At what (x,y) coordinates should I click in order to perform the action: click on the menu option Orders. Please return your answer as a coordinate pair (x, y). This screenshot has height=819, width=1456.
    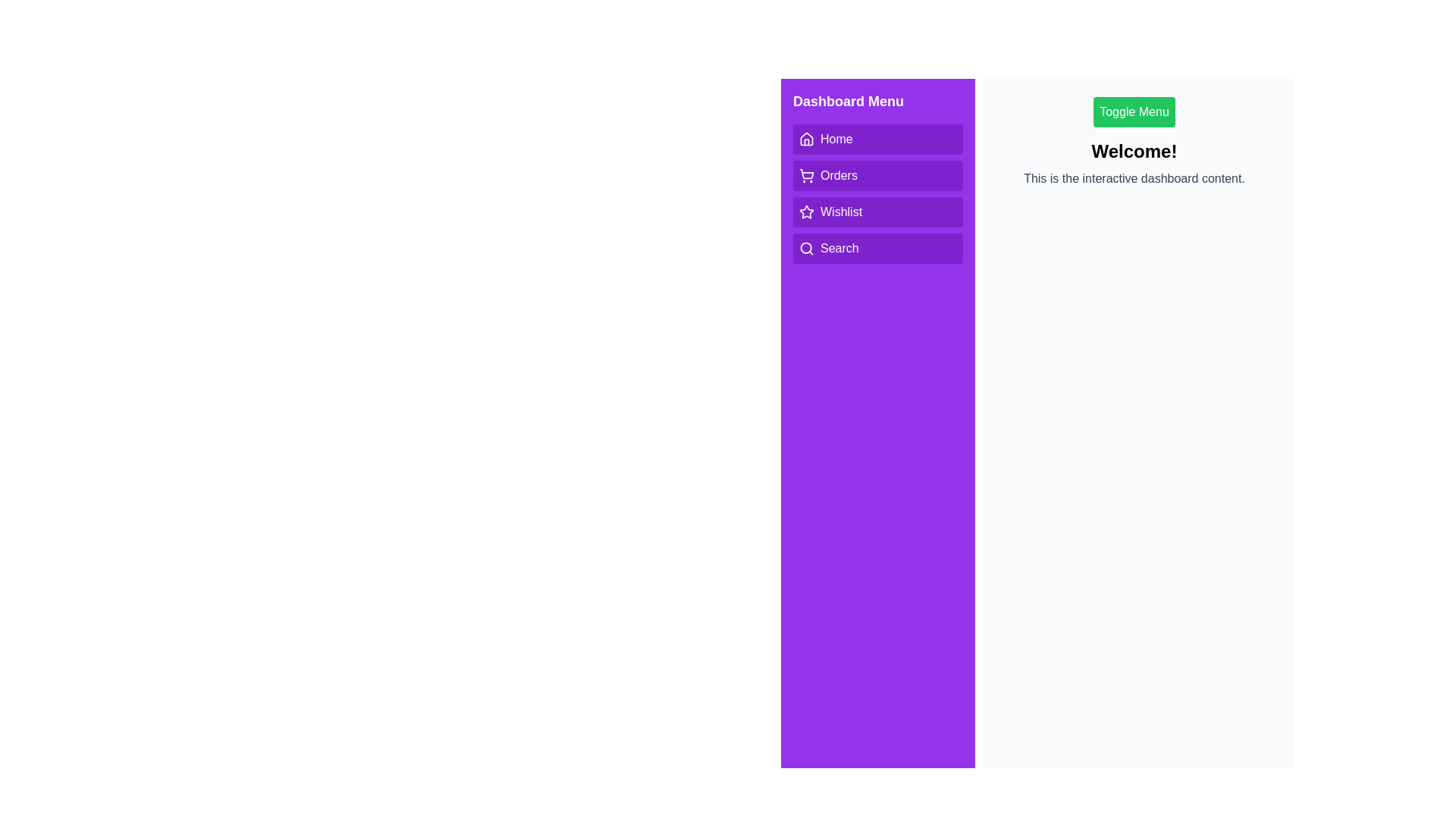
    Looking at the image, I should click on (877, 174).